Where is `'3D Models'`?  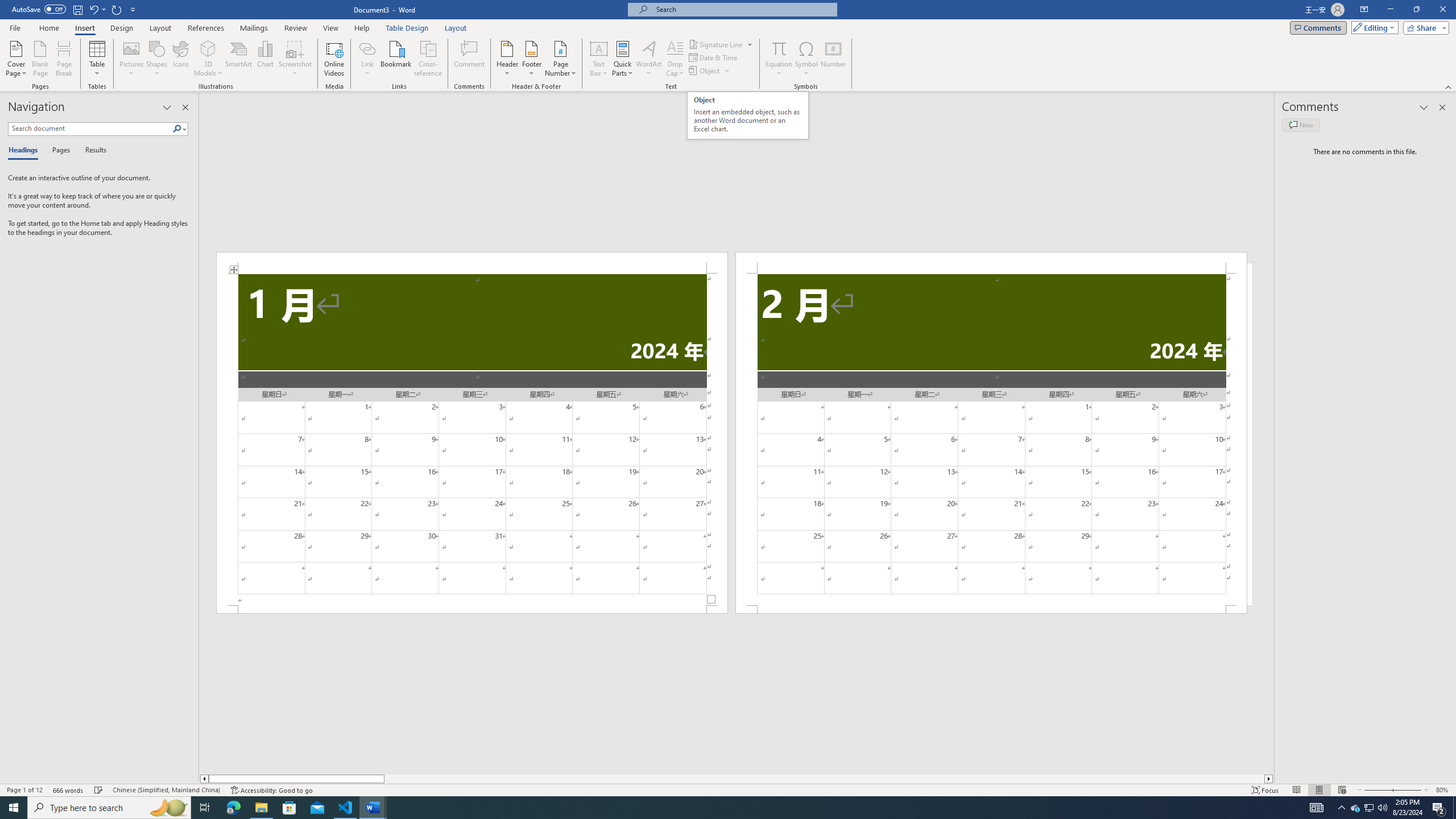 '3D Models' is located at coordinates (208, 59).